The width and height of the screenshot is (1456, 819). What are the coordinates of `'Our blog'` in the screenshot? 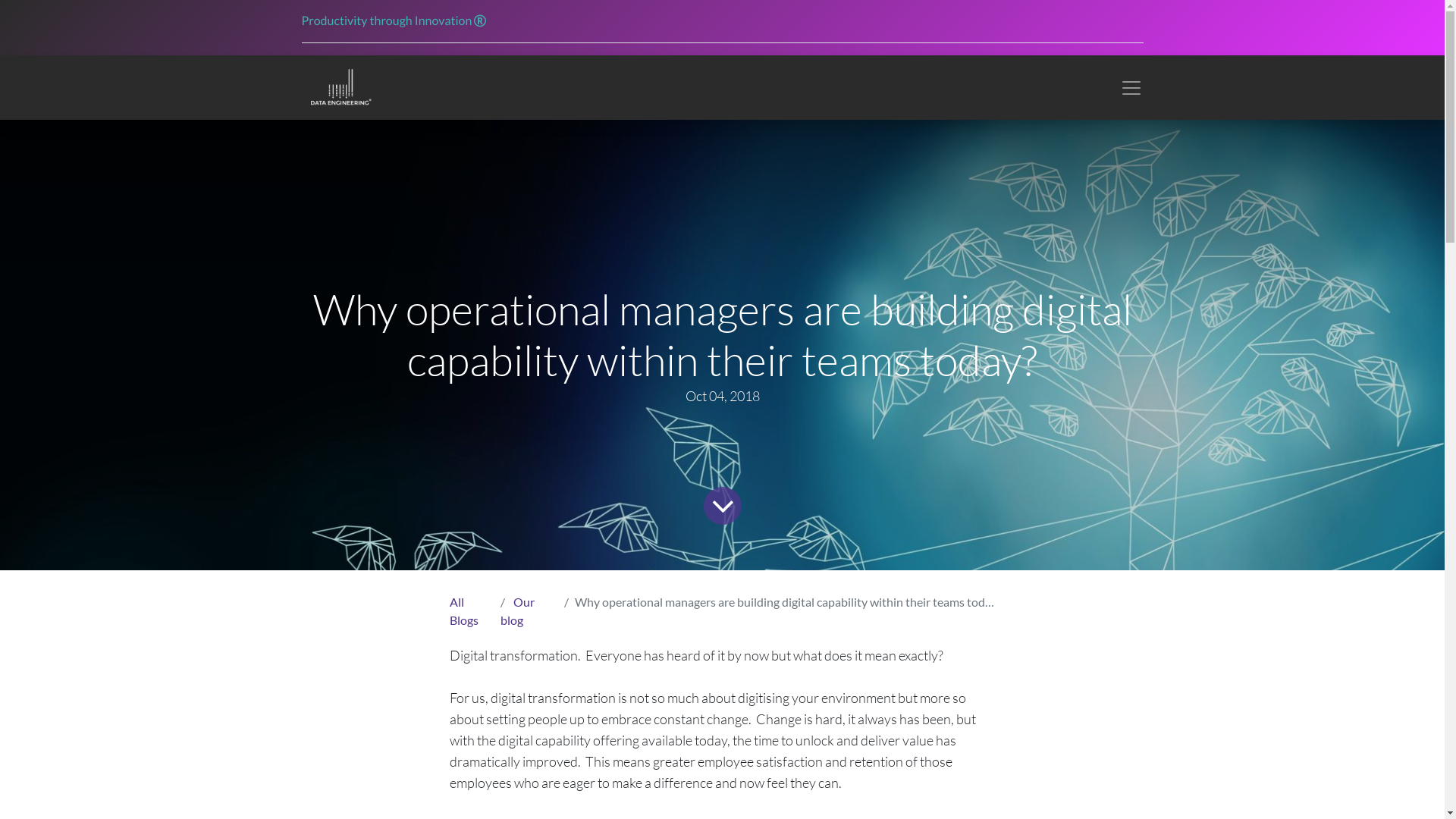 It's located at (500, 610).